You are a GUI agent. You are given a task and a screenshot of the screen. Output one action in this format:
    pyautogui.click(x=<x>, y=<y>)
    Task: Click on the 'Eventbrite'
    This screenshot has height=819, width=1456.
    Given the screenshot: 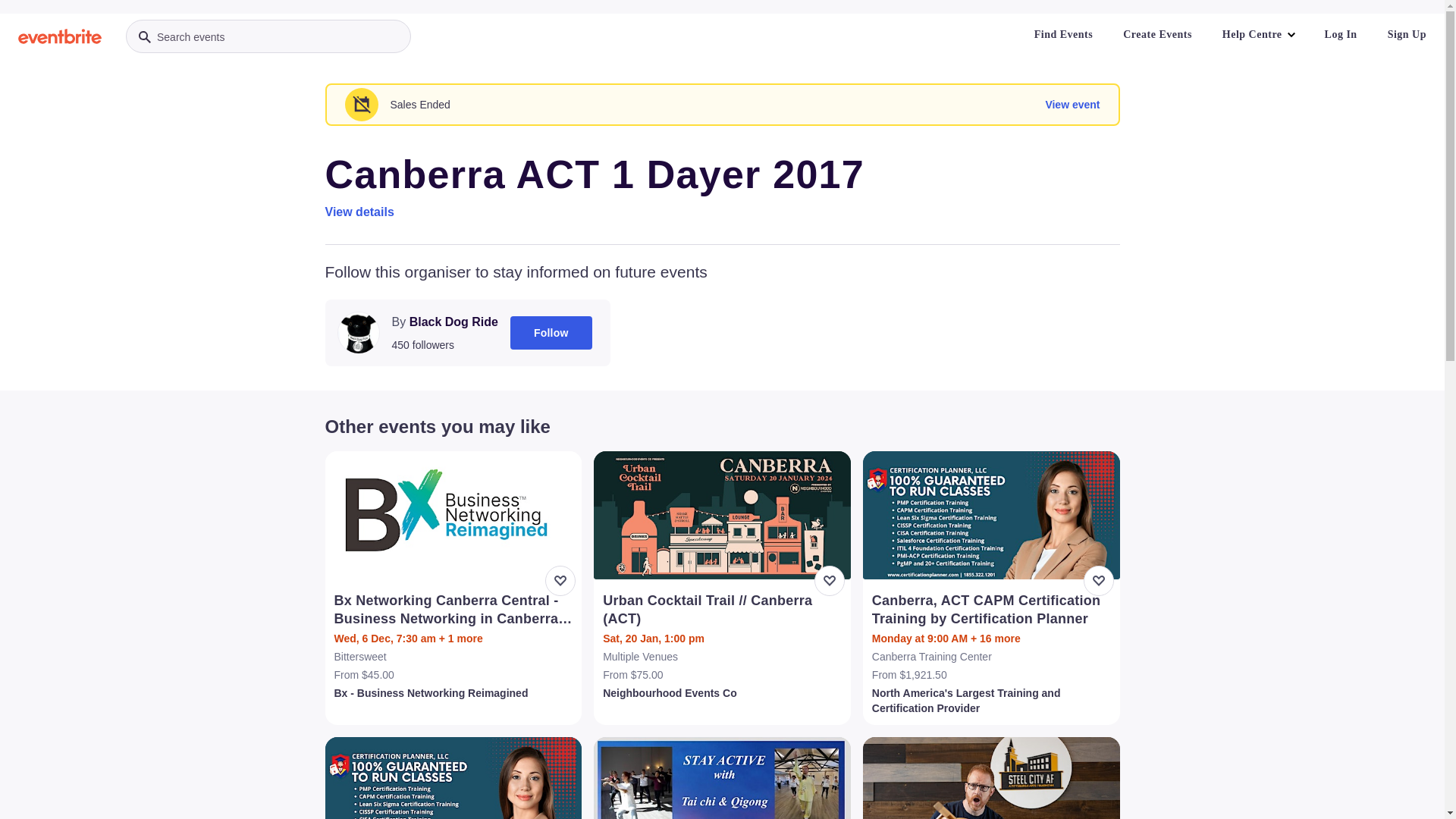 What is the action you would take?
    pyautogui.click(x=59, y=35)
    